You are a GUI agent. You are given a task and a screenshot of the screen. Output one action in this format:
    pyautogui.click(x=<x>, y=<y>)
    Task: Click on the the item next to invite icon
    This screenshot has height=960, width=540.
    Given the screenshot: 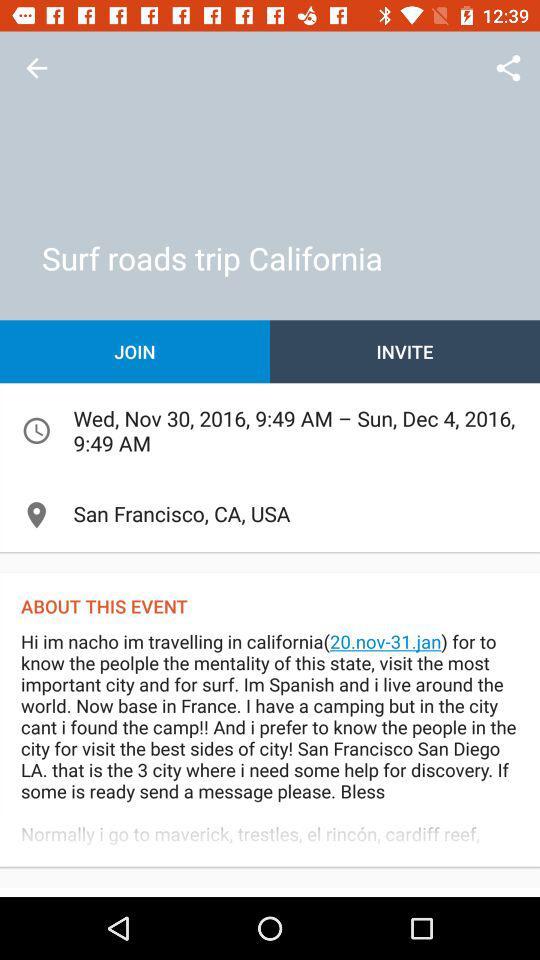 What is the action you would take?
    pyautogui.click(x=135, y=351)
    